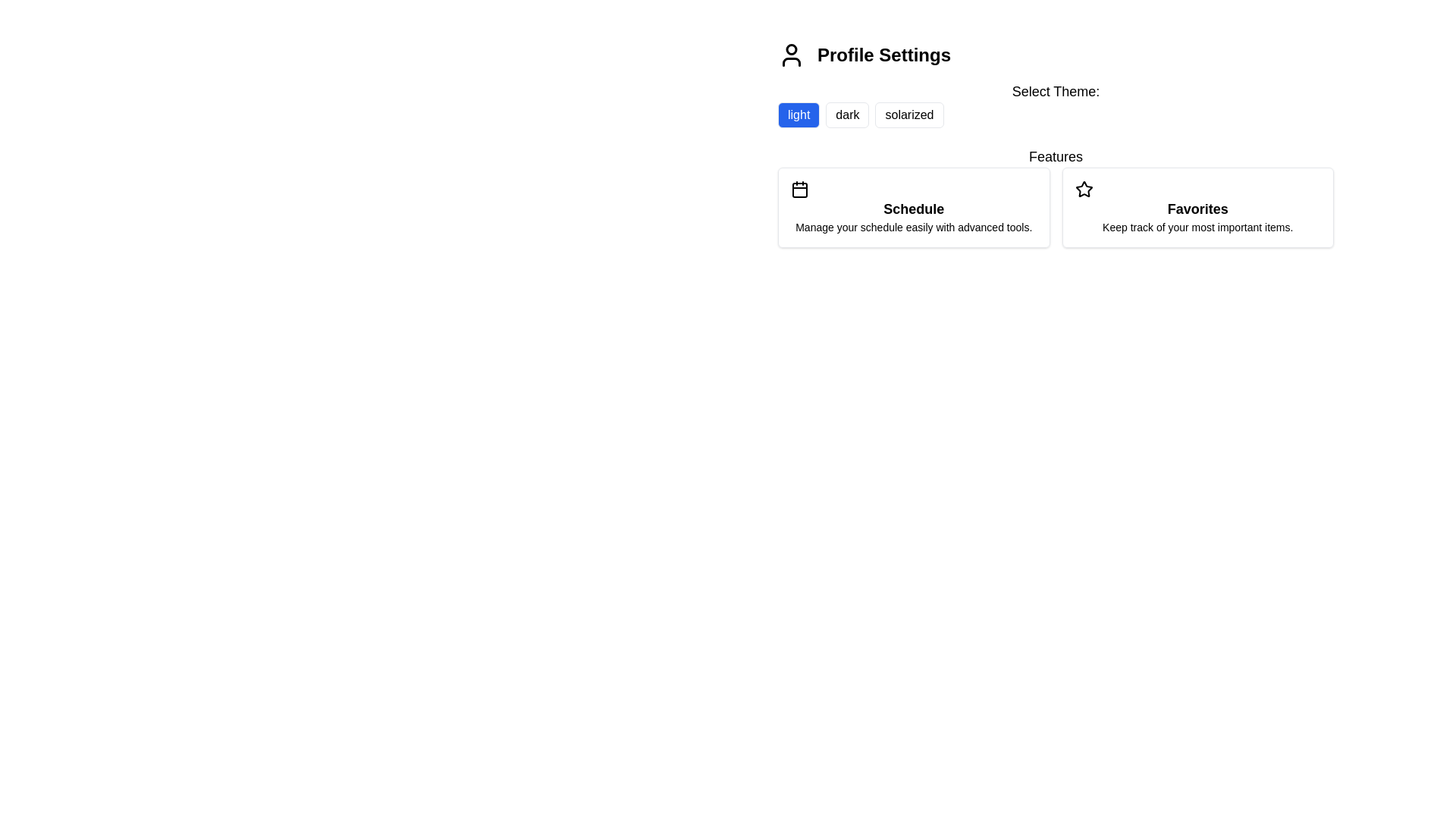 Image resolution: width=1456 pixels, height=819 pixels. Describe the element at coordinates (847, 114) in the screenshot. I see `the theme selection button labeled 'dark' to switch the interface to dark mode` at that location.